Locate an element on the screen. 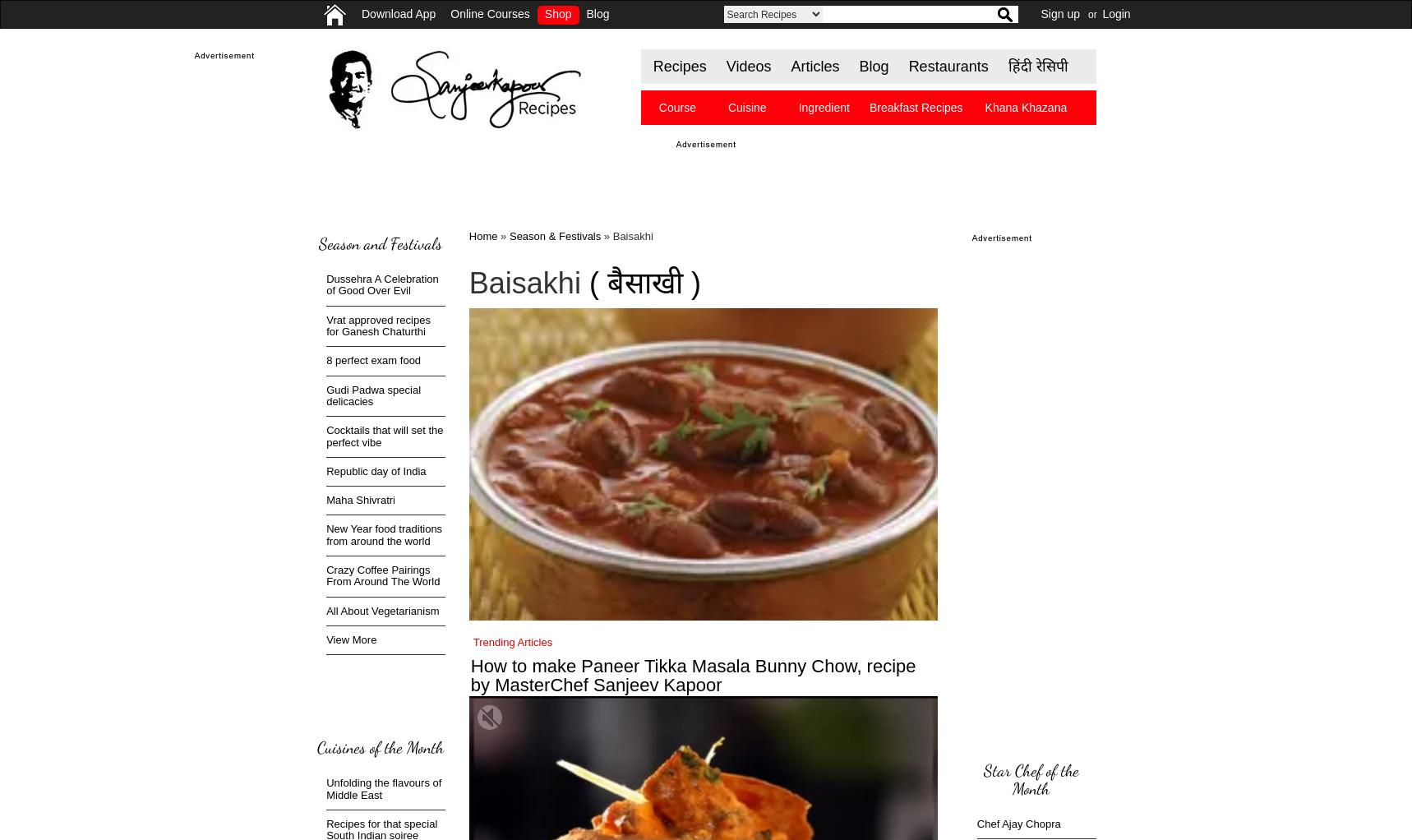 The height and width of the screenshot is (840, 1412). 'Recipes' is located at coordinates (679, 66).